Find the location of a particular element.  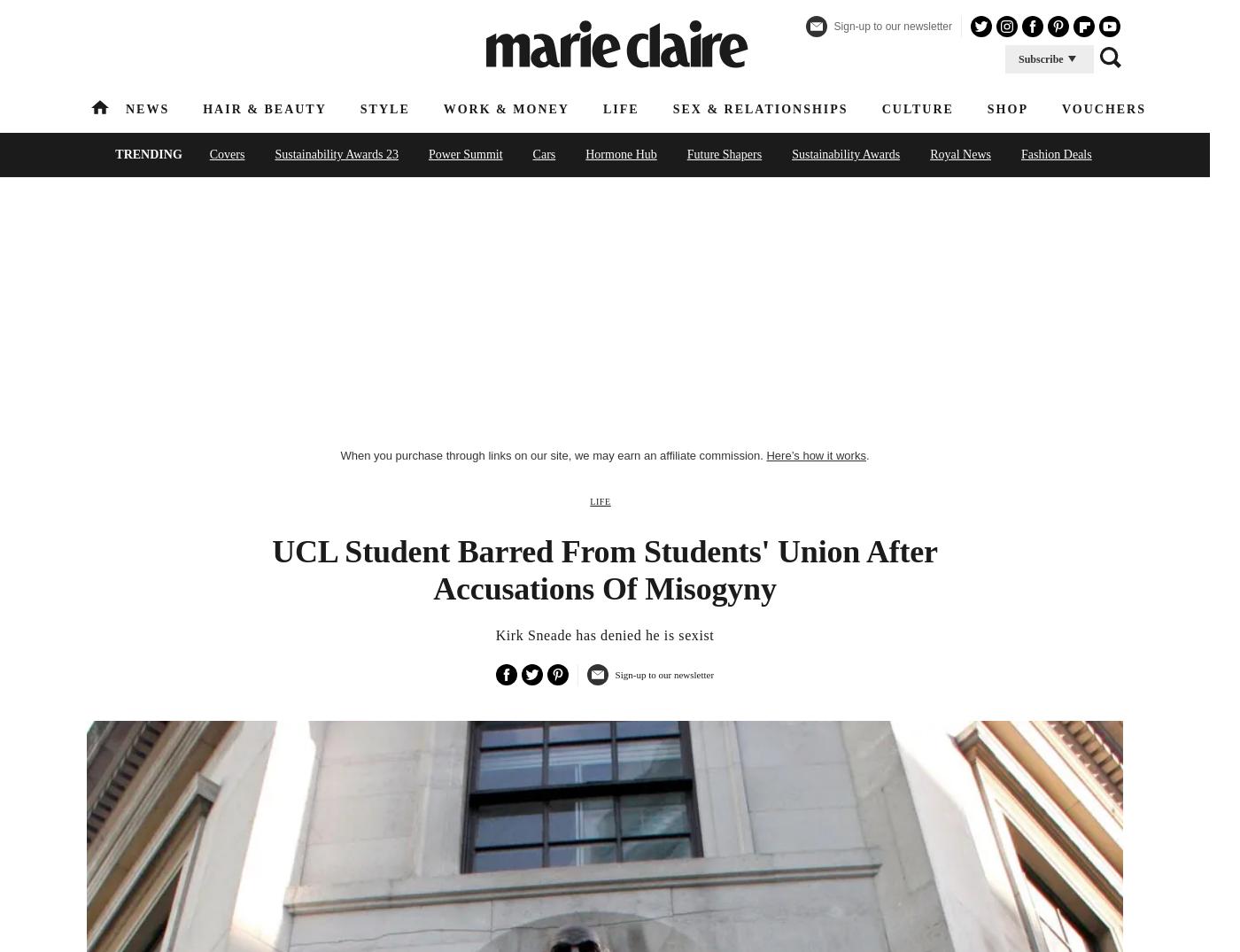

'Trending' is located at coordinates (148, 154).